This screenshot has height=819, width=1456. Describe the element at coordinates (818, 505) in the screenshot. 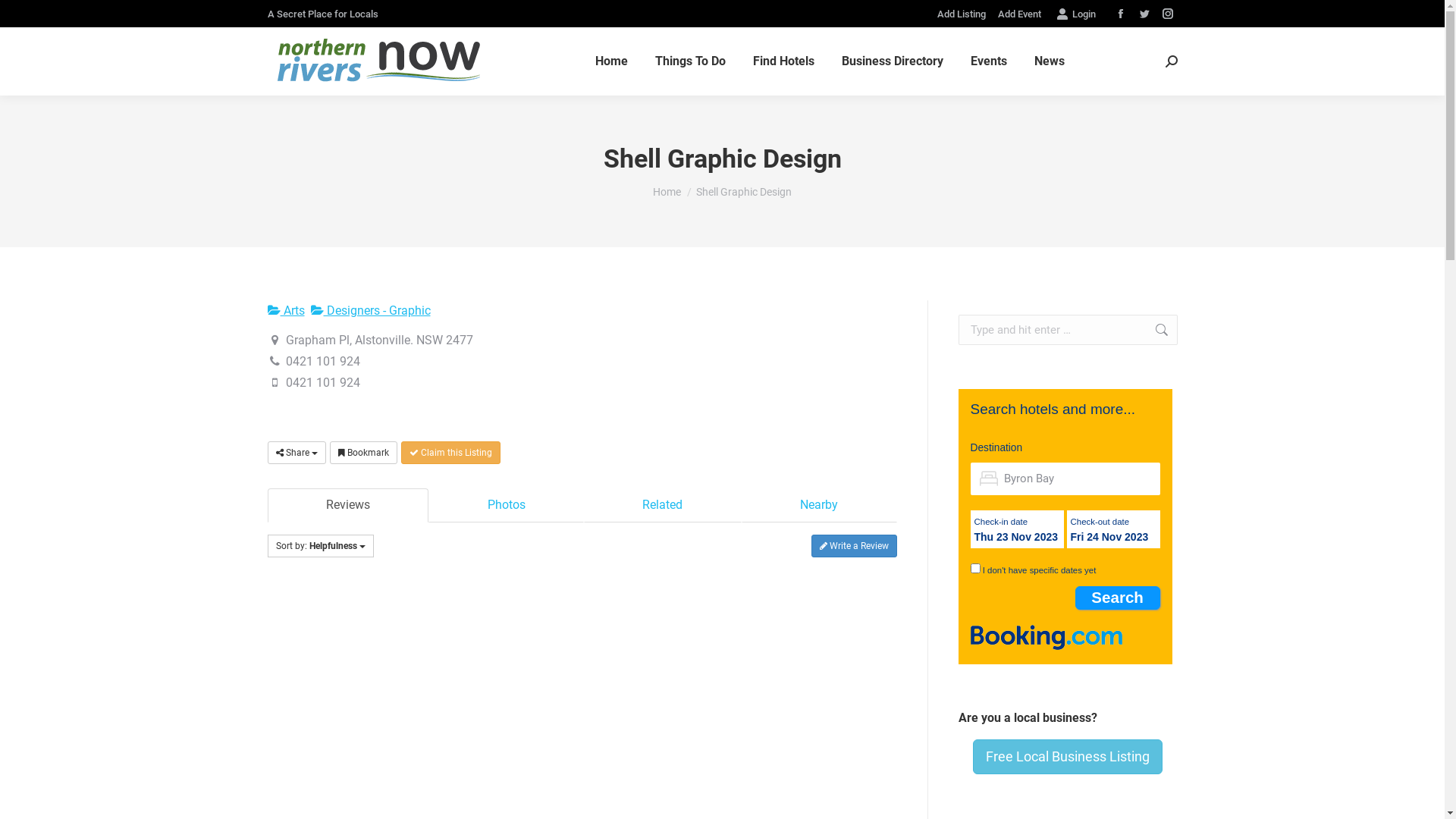

I see `'Nearby'` at that location.